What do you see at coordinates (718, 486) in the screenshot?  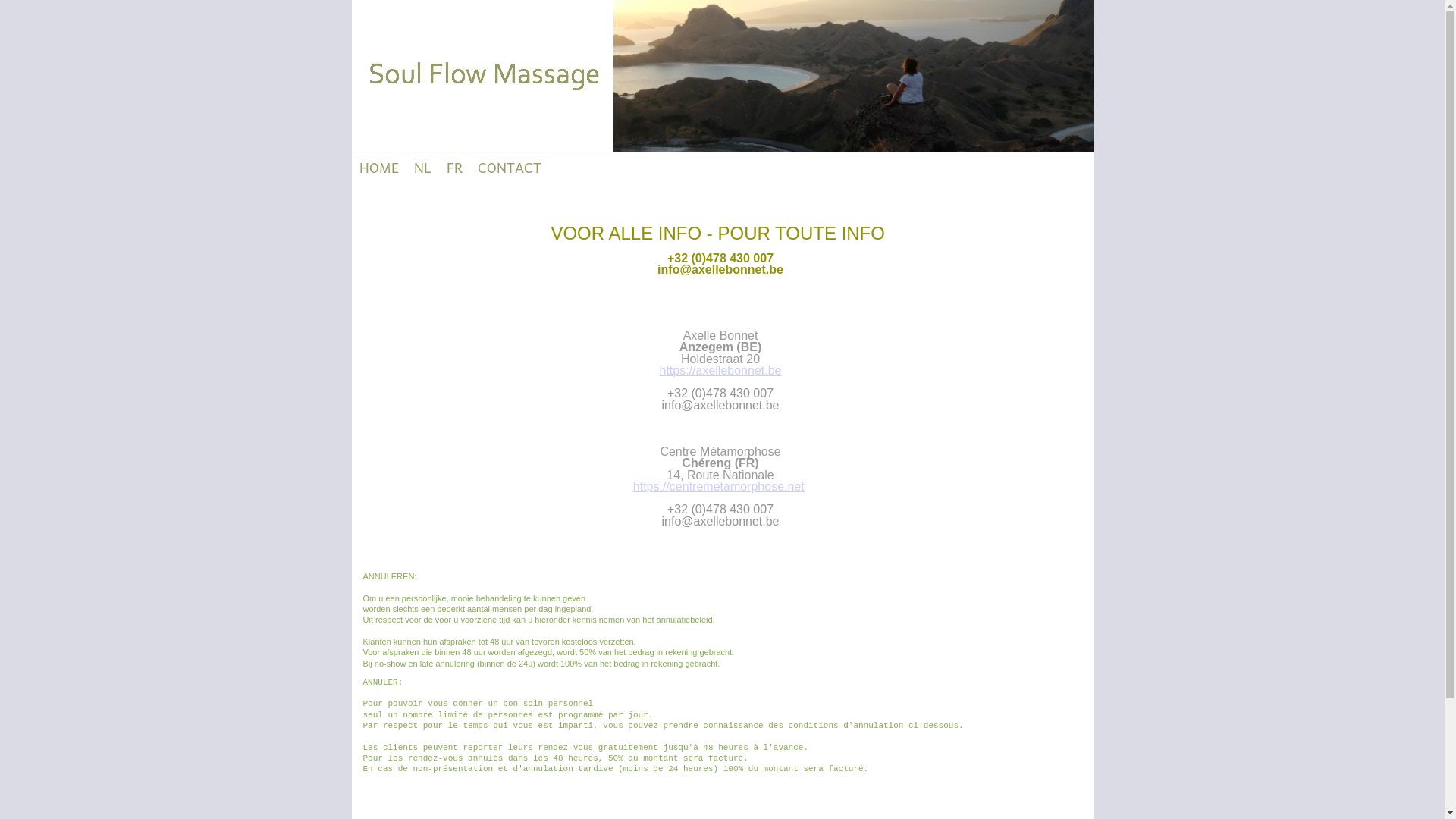 I see `'https://centremetamorphose.net'` at bounding box center [718, 486].